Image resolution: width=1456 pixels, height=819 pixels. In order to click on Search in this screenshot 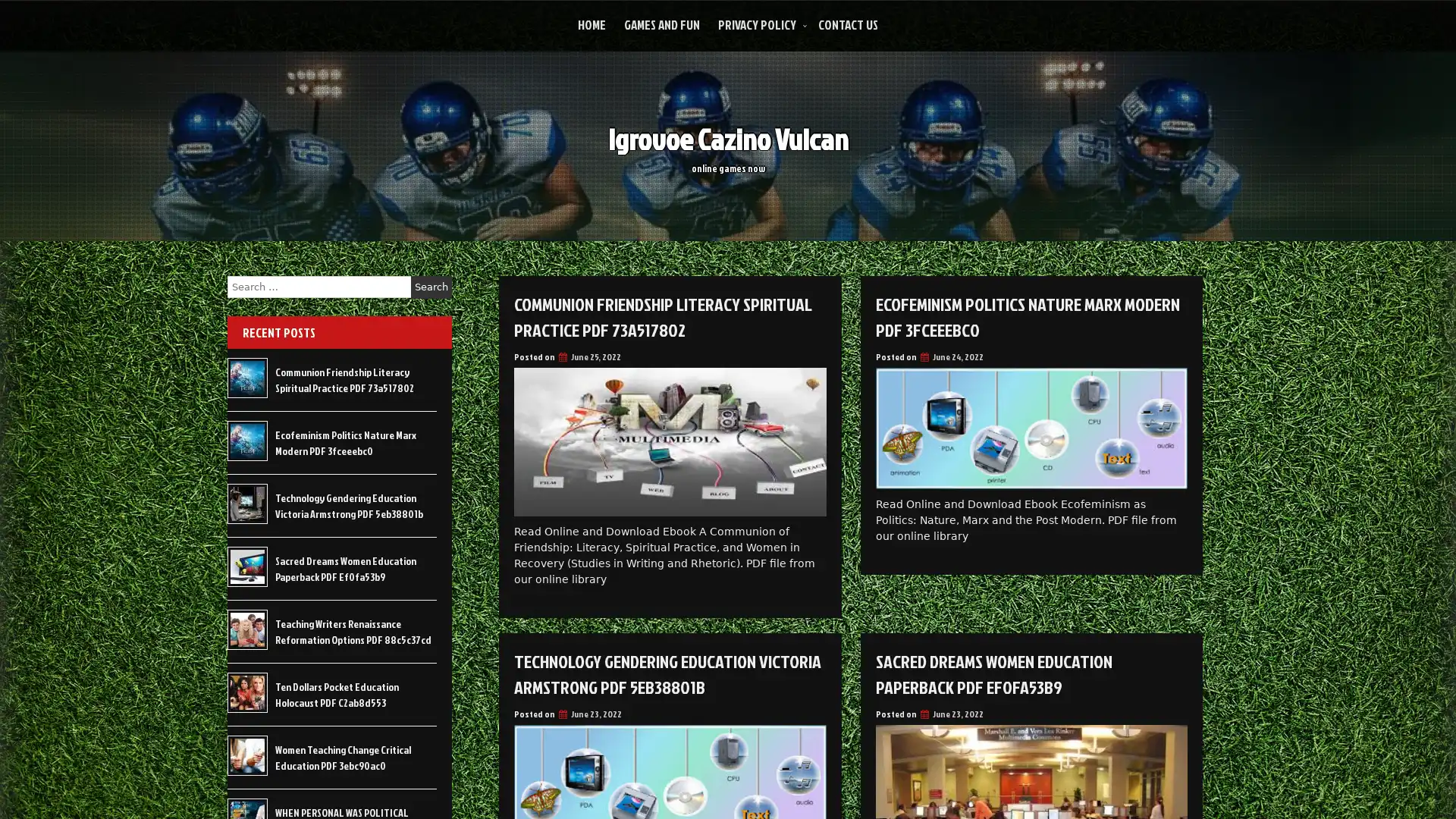, I will do `click(431, 287)`.